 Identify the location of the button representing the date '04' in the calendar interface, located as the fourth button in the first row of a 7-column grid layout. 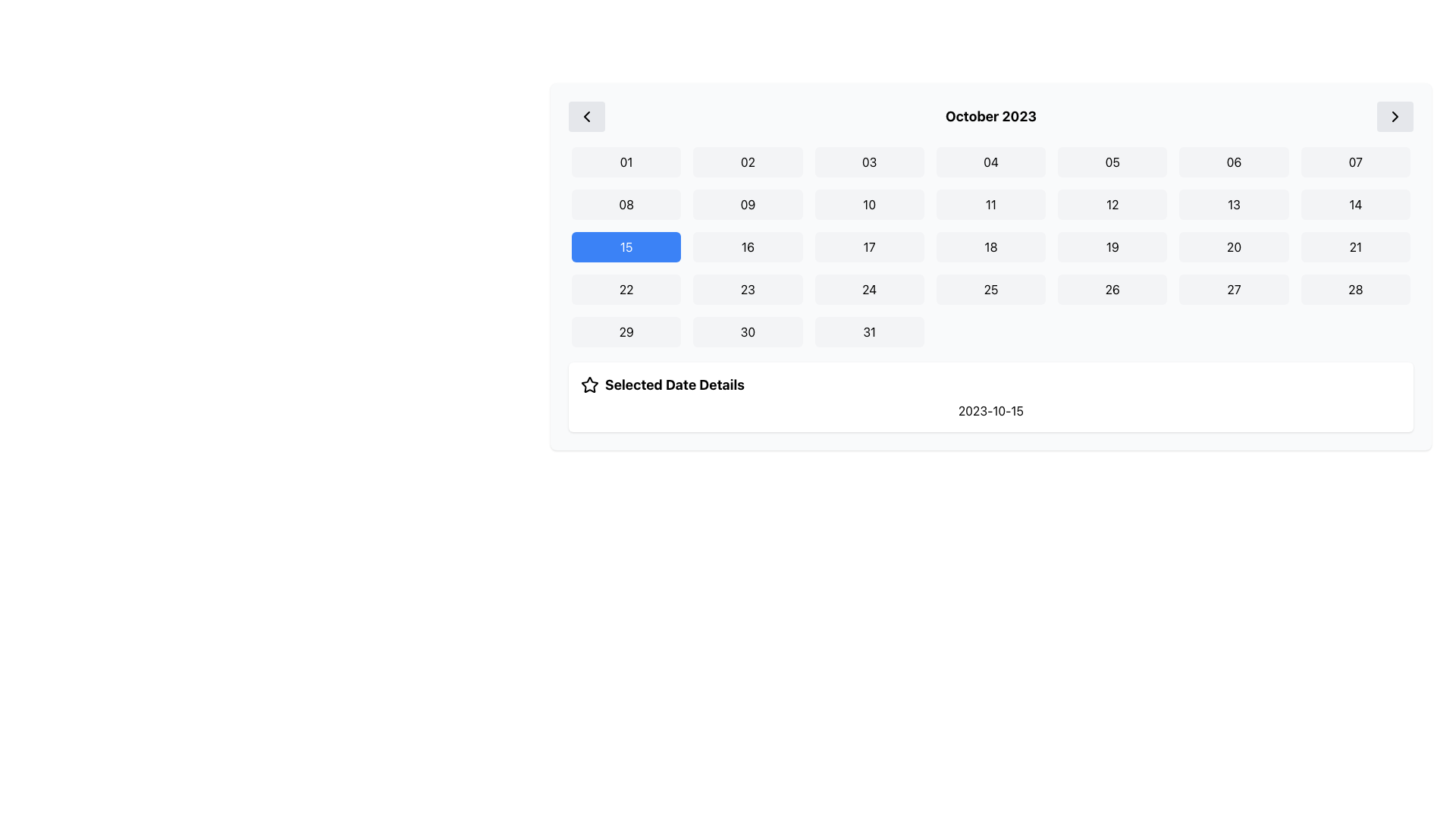
(990, 162).